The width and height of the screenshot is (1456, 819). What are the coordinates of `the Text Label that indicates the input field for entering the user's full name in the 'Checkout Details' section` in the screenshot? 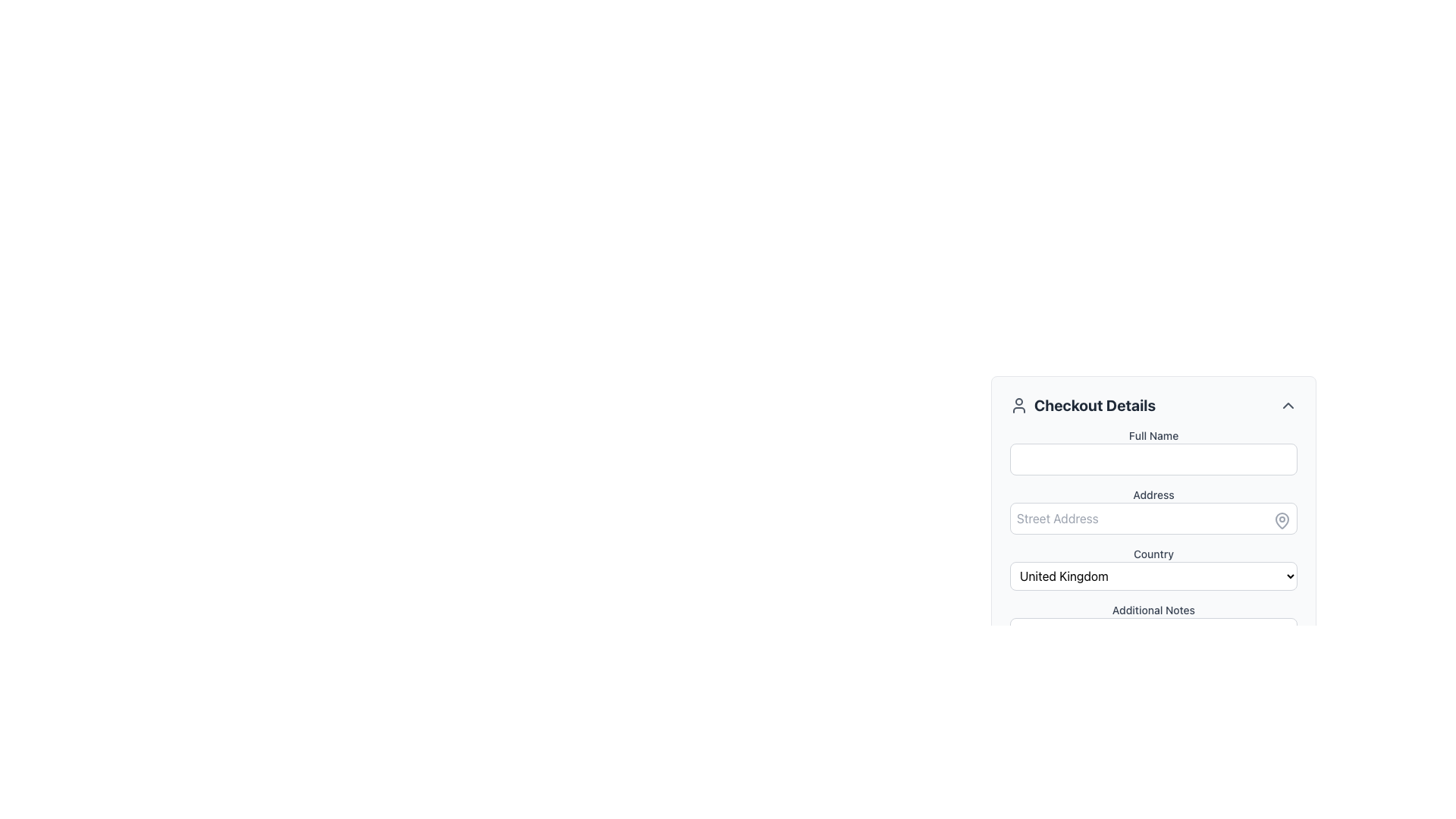 It's located at (1153, 435).